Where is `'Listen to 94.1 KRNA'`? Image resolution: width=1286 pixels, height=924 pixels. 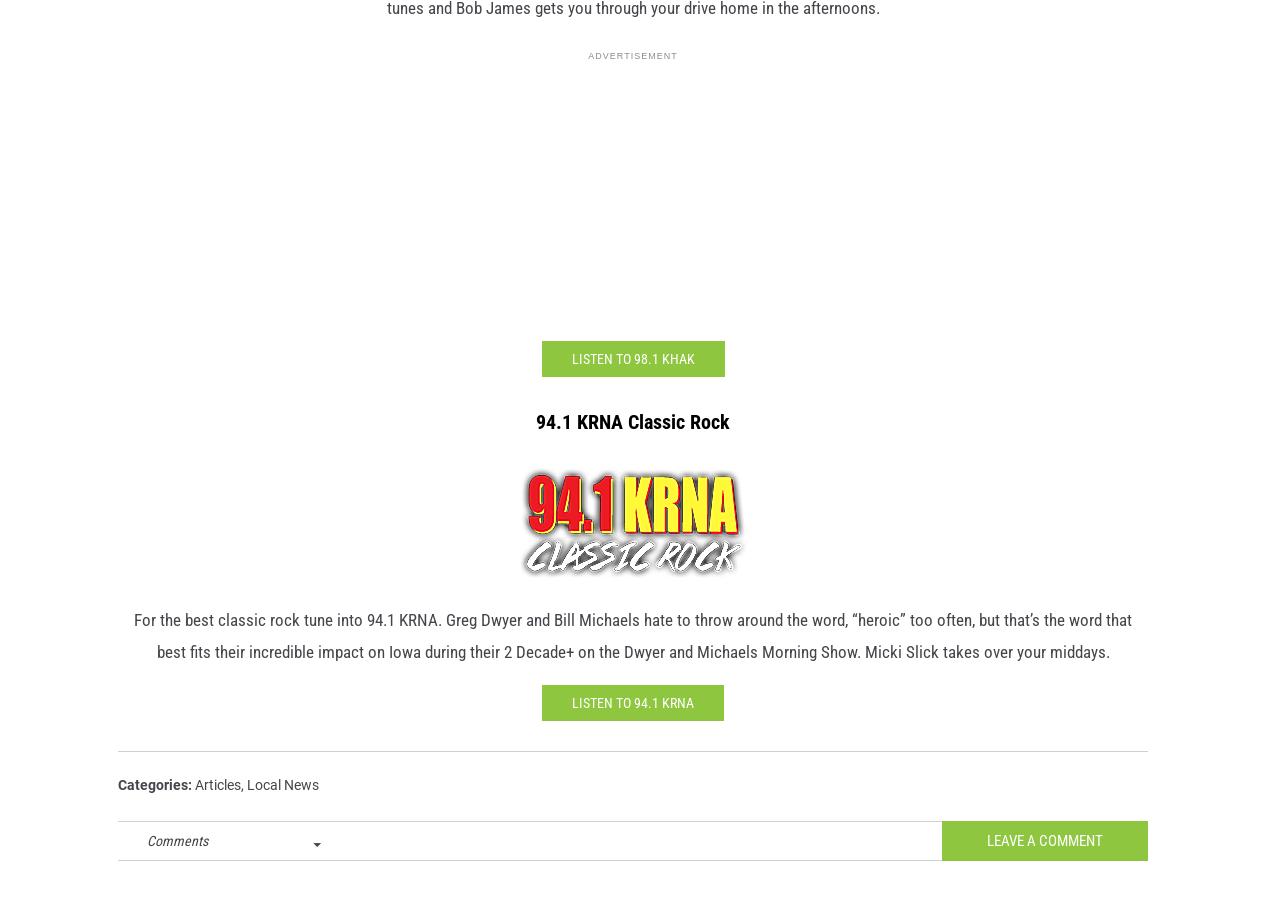
'Listen to 94.1 KRNA' is located at coordinates (631, 734).